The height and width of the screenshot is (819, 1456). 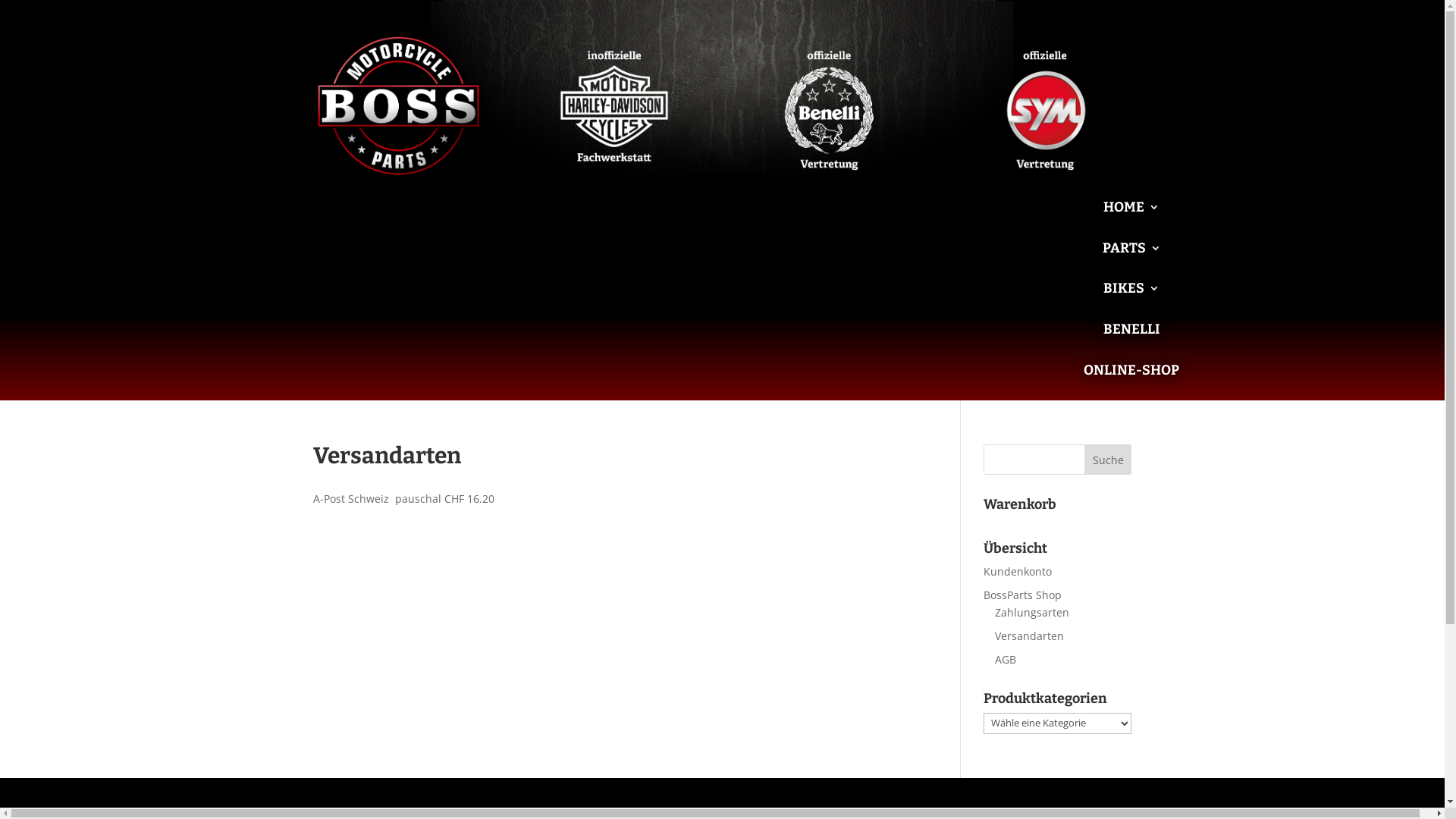 I want to click on 'BossParts Shop', so click(x=1022, y=594).